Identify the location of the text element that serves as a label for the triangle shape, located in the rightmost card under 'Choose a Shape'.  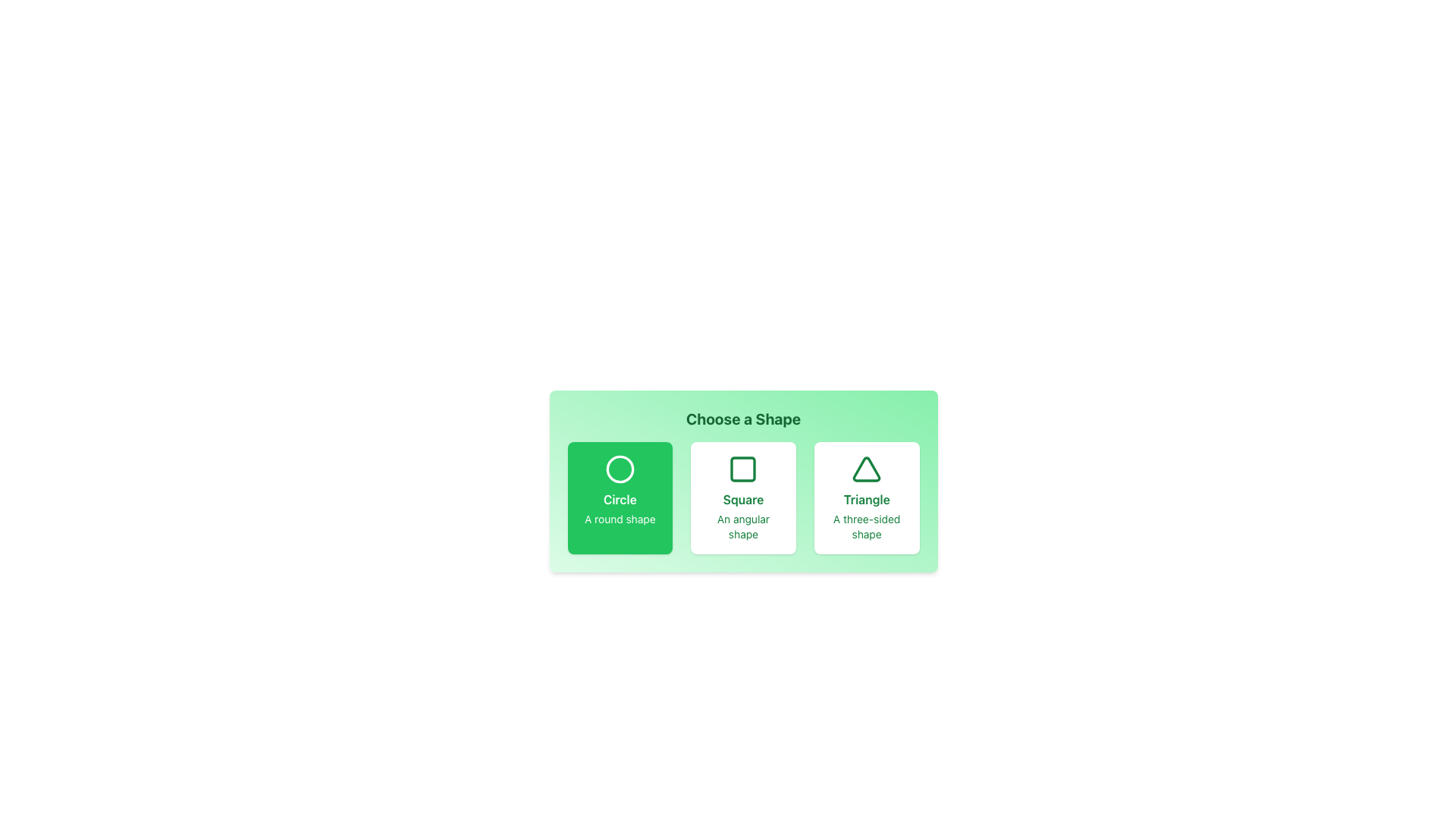
(867, 500).